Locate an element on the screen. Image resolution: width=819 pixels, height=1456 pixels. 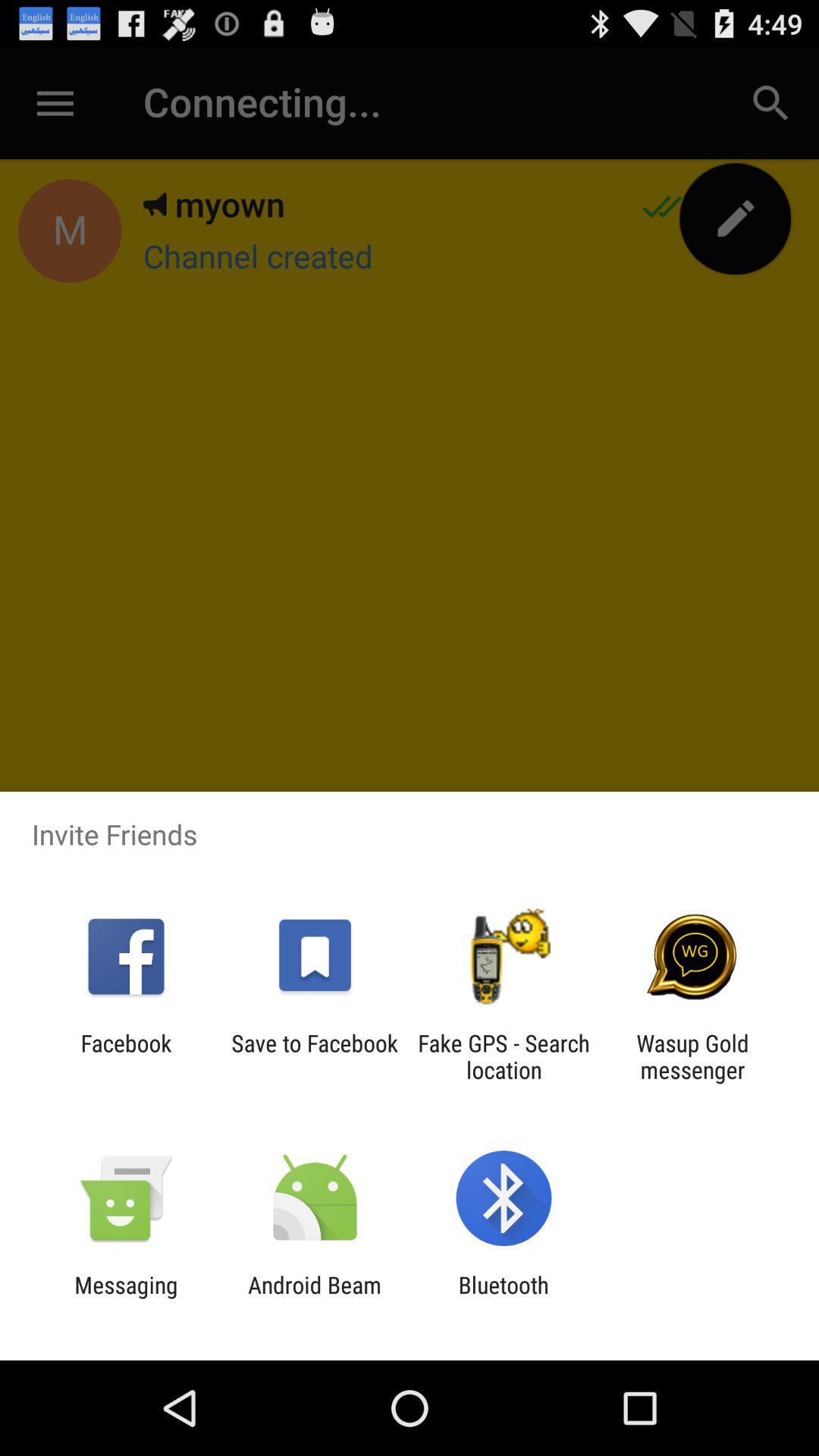
the icon to the left of wasup gold messenger item is located at coordinates (504, 1056).